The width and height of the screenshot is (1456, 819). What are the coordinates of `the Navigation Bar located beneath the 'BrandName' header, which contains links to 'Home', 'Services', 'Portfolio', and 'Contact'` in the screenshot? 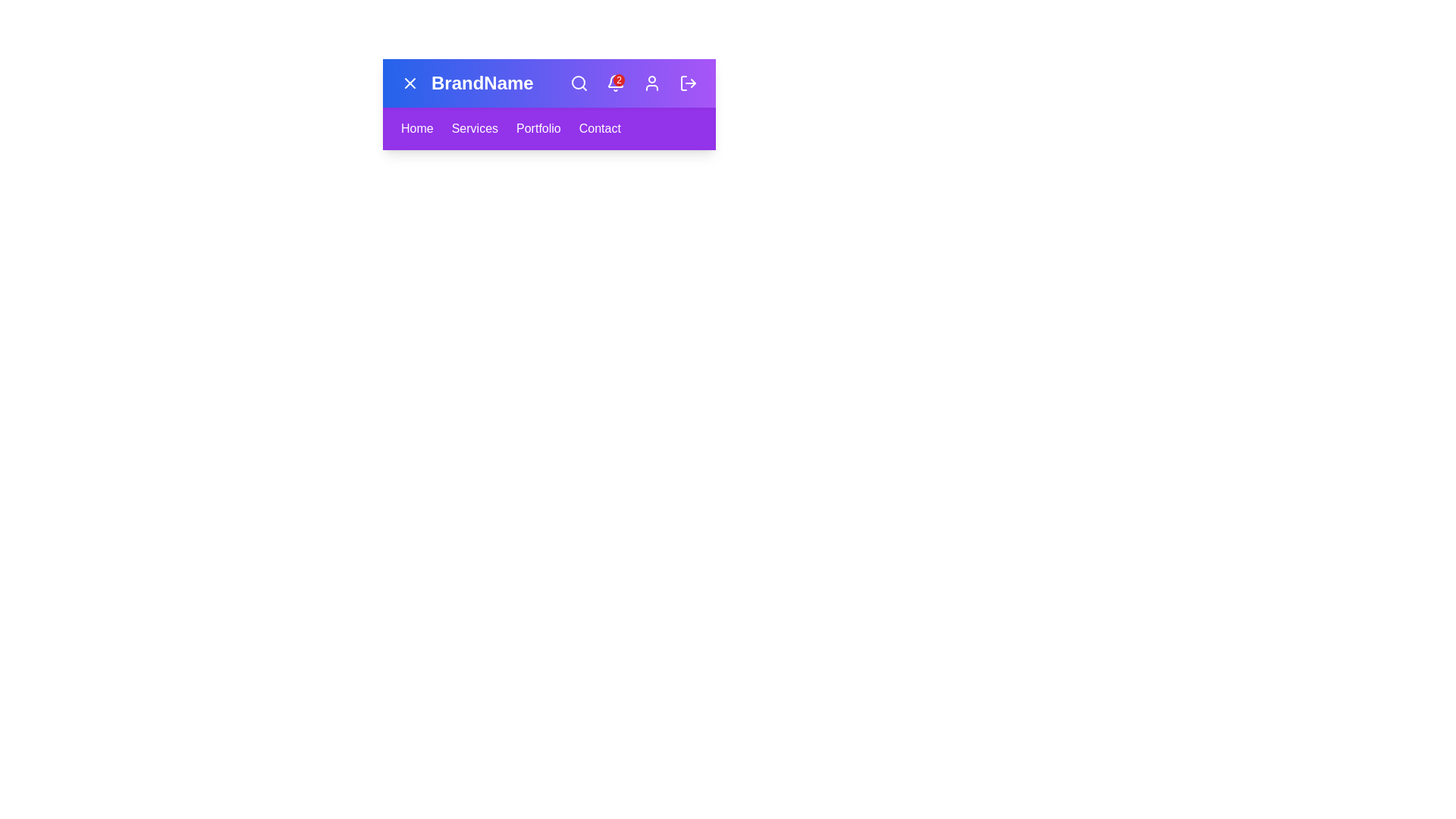 It's located at (548, 127).